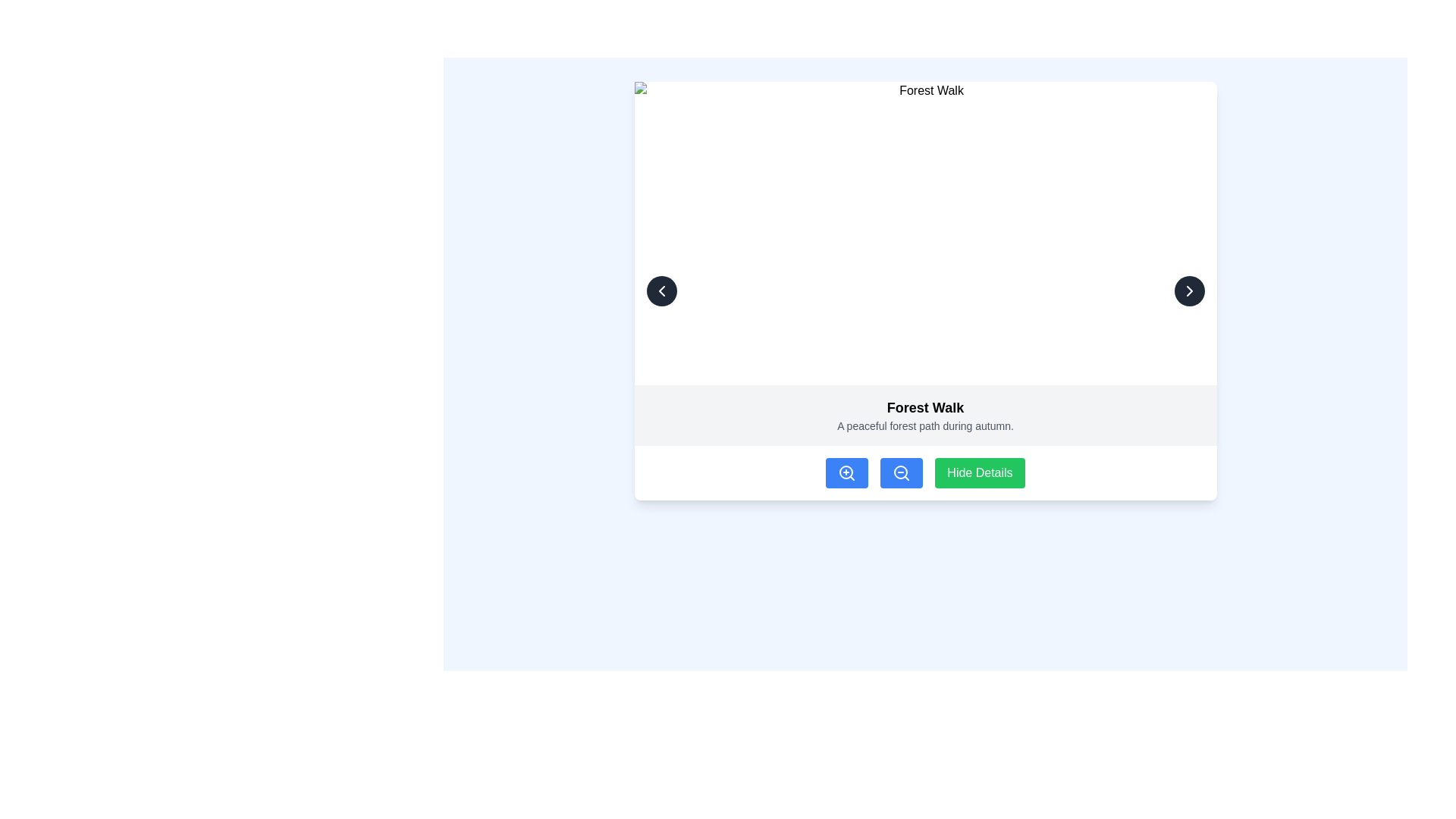  Describe the element at coordinates (1188, 291) in the screenshot. I see `the right-facing chevron icon located at the center of a circular button with a dark background` at that location.